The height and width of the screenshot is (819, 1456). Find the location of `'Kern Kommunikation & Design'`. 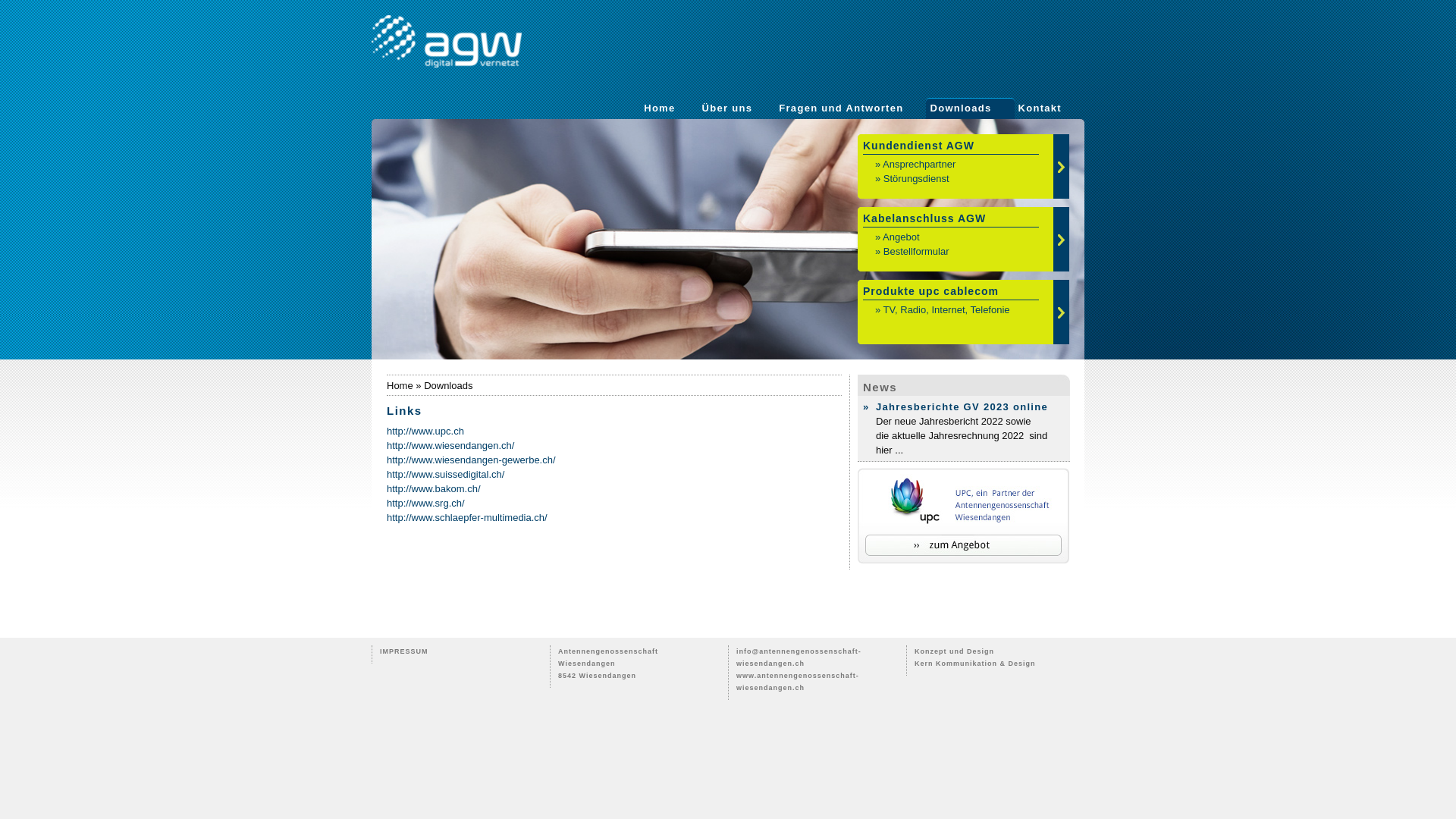

'Kern Kommunikation & Design' is located at coordinates (975, 663).